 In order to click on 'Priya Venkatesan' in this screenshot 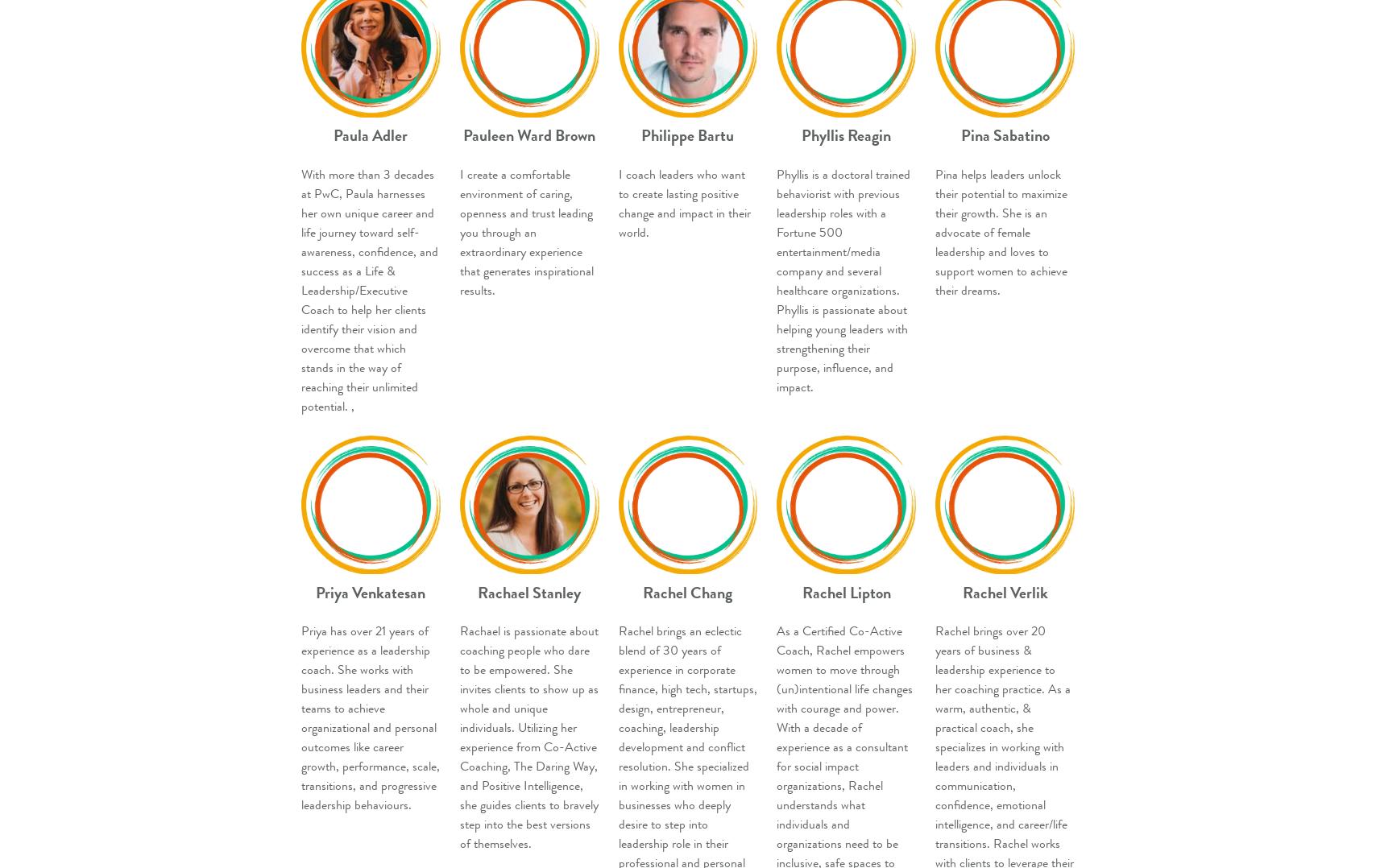, I will do `click(370, 592)`.